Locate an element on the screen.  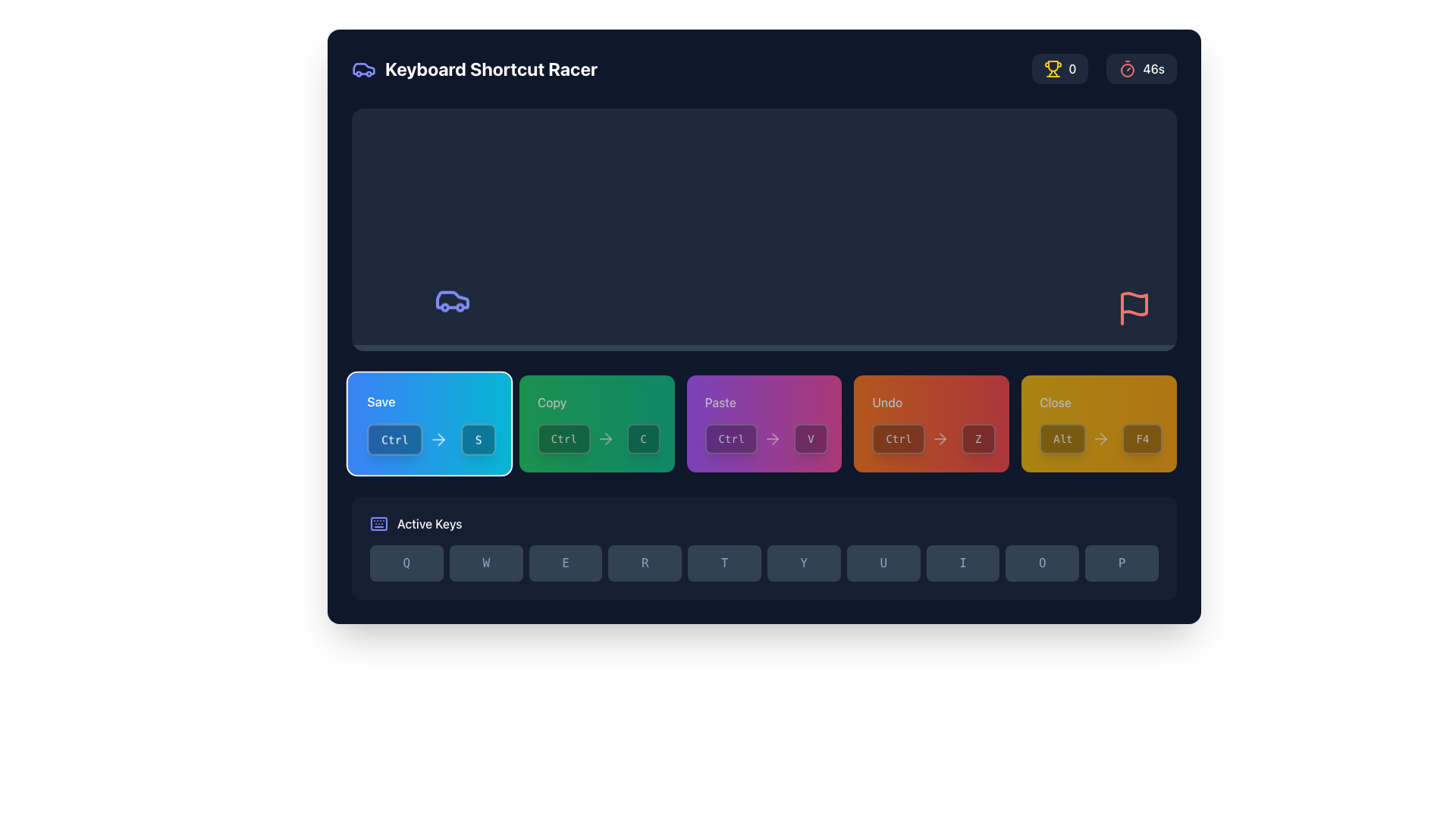
the 'Undo' button, which visually represents the keyboard shortcut 'Ctrl + Z' is located at coordinates (930, 438).